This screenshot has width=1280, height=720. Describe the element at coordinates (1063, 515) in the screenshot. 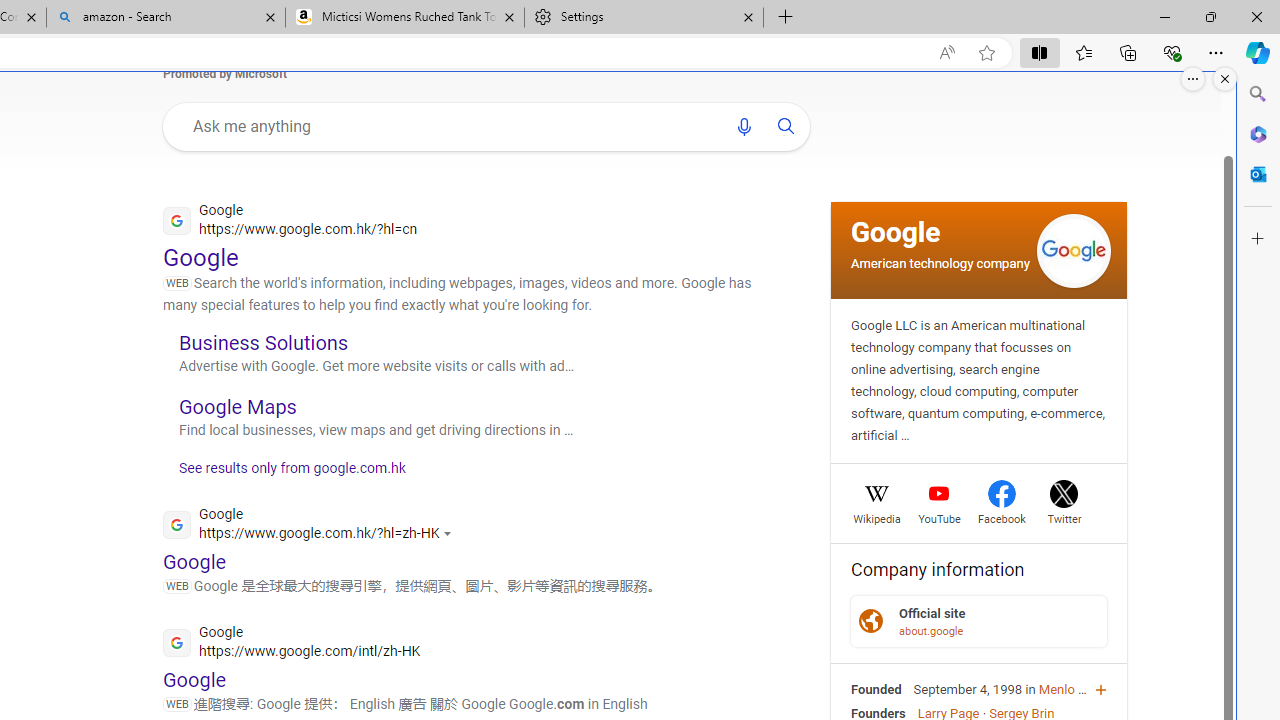

I see `'Twitter'` at that location.